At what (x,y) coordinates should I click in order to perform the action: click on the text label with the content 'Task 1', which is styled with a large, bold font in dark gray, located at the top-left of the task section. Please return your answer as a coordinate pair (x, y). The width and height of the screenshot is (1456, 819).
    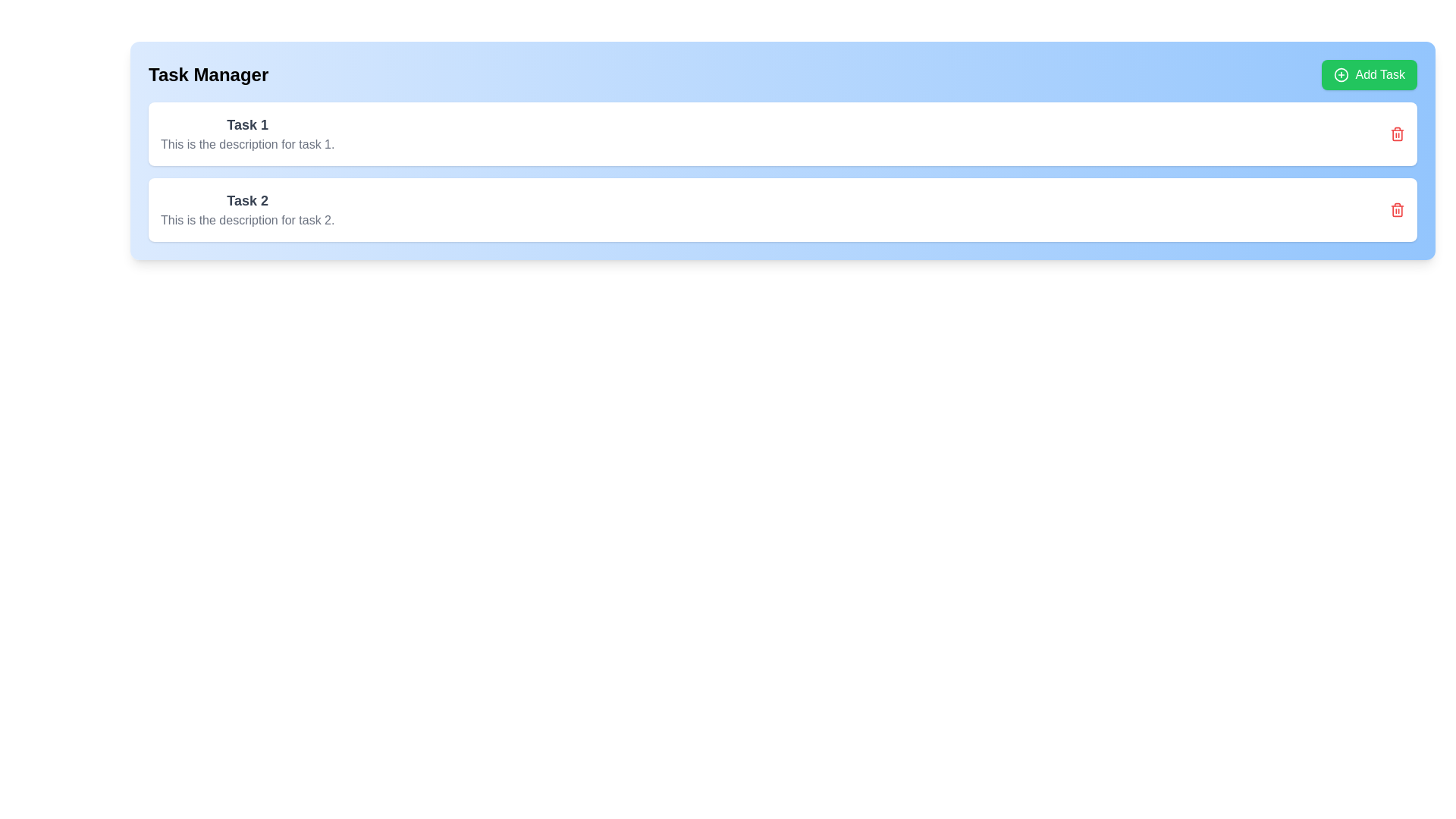
    Looking at the image, I should click on (247, 124).